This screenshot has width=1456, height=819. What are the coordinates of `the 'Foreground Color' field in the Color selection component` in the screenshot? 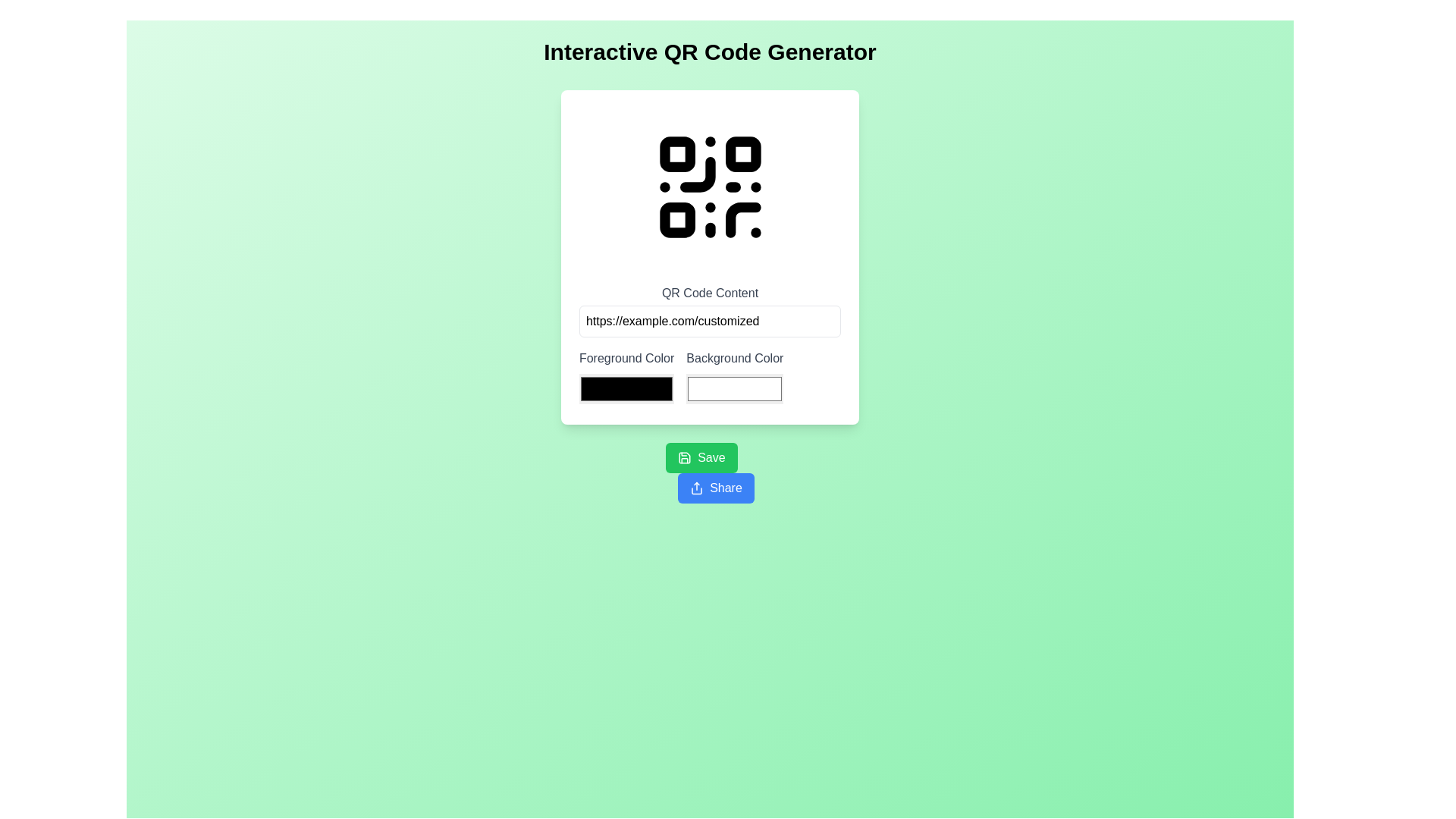 It's located at (709, 377).